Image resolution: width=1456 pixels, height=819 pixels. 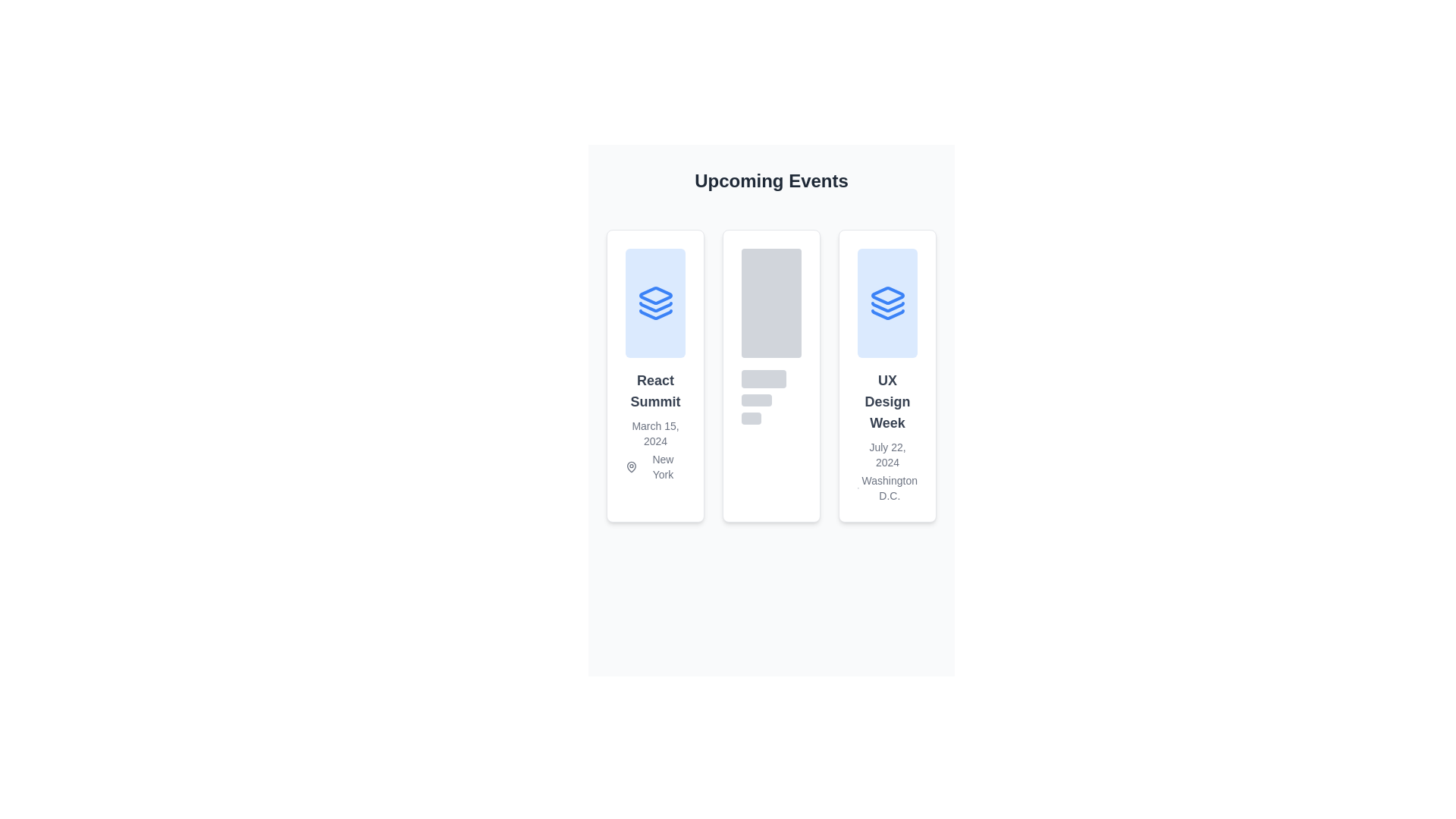 What do you see at coordinates (887, 303) in the screenshot?
I see `the icon representing the 'UX Design Week' event, which is located in the top section of the third card from the left under the 'Upcoming Events' heading` at bounding box center [887, 303].